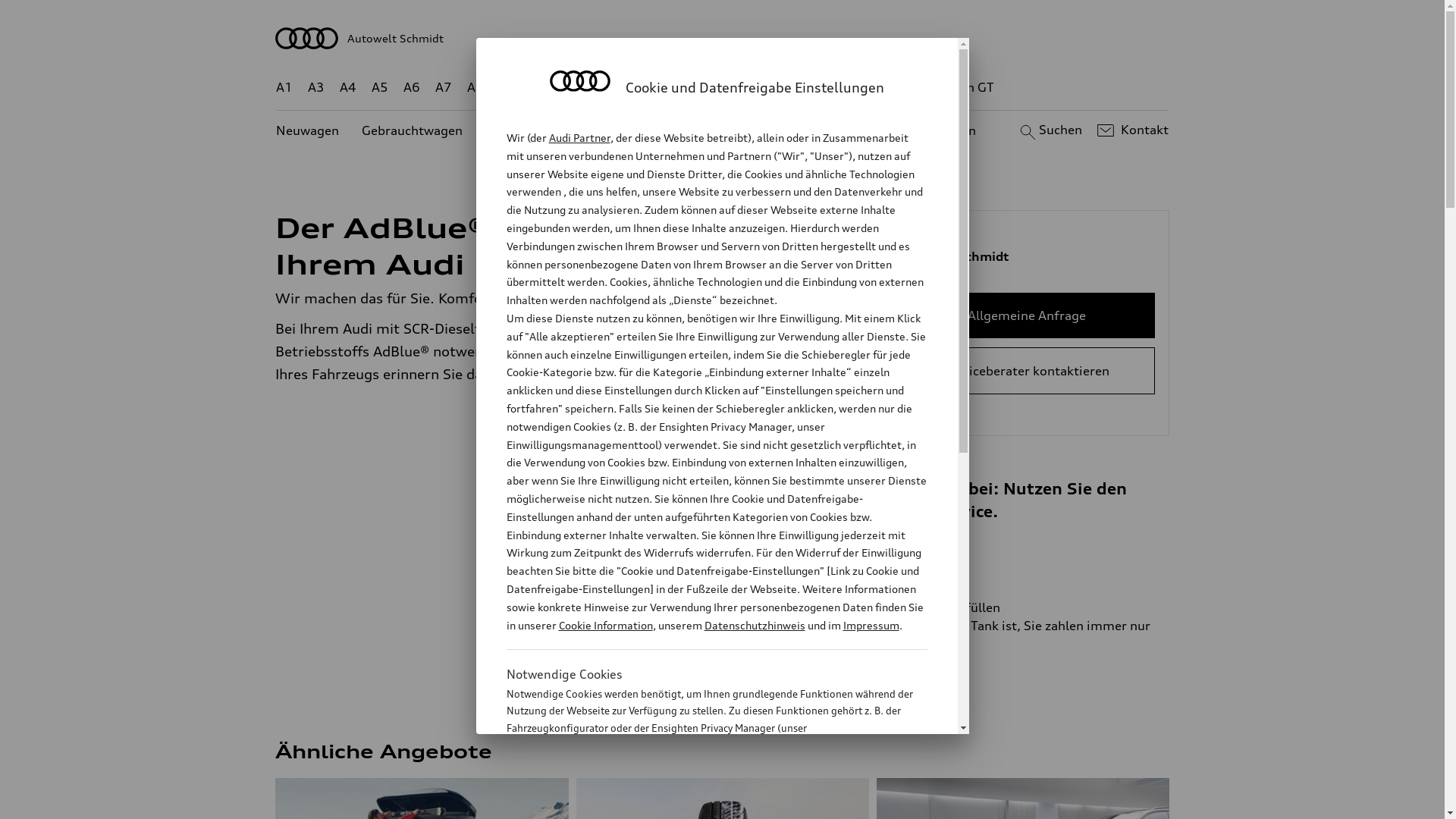 This screenshot has height=819, width=1456. I want to click on 'A5', so click(379, 87).